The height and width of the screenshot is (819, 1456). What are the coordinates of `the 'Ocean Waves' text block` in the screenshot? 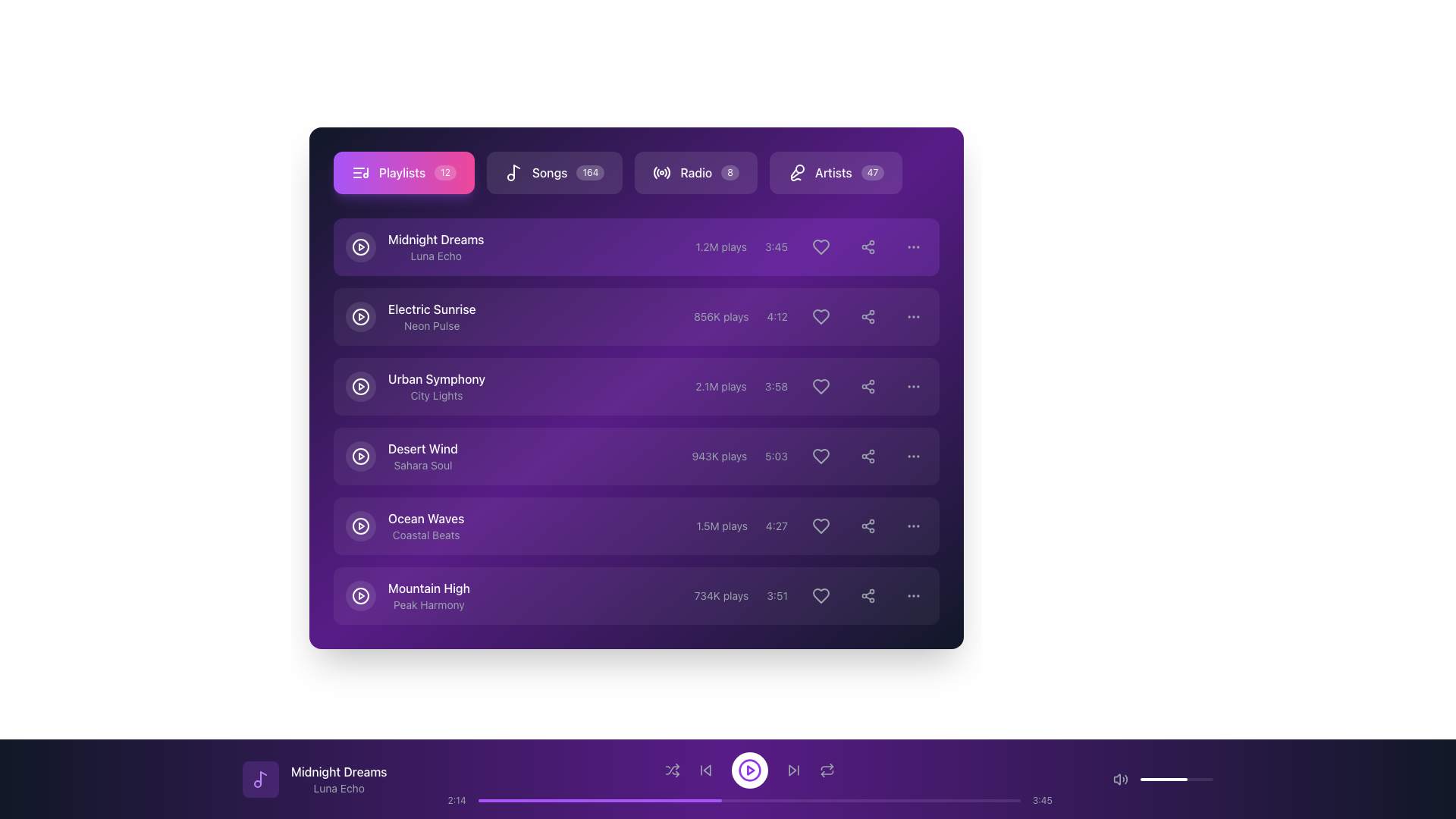 It's located at (425, 526).